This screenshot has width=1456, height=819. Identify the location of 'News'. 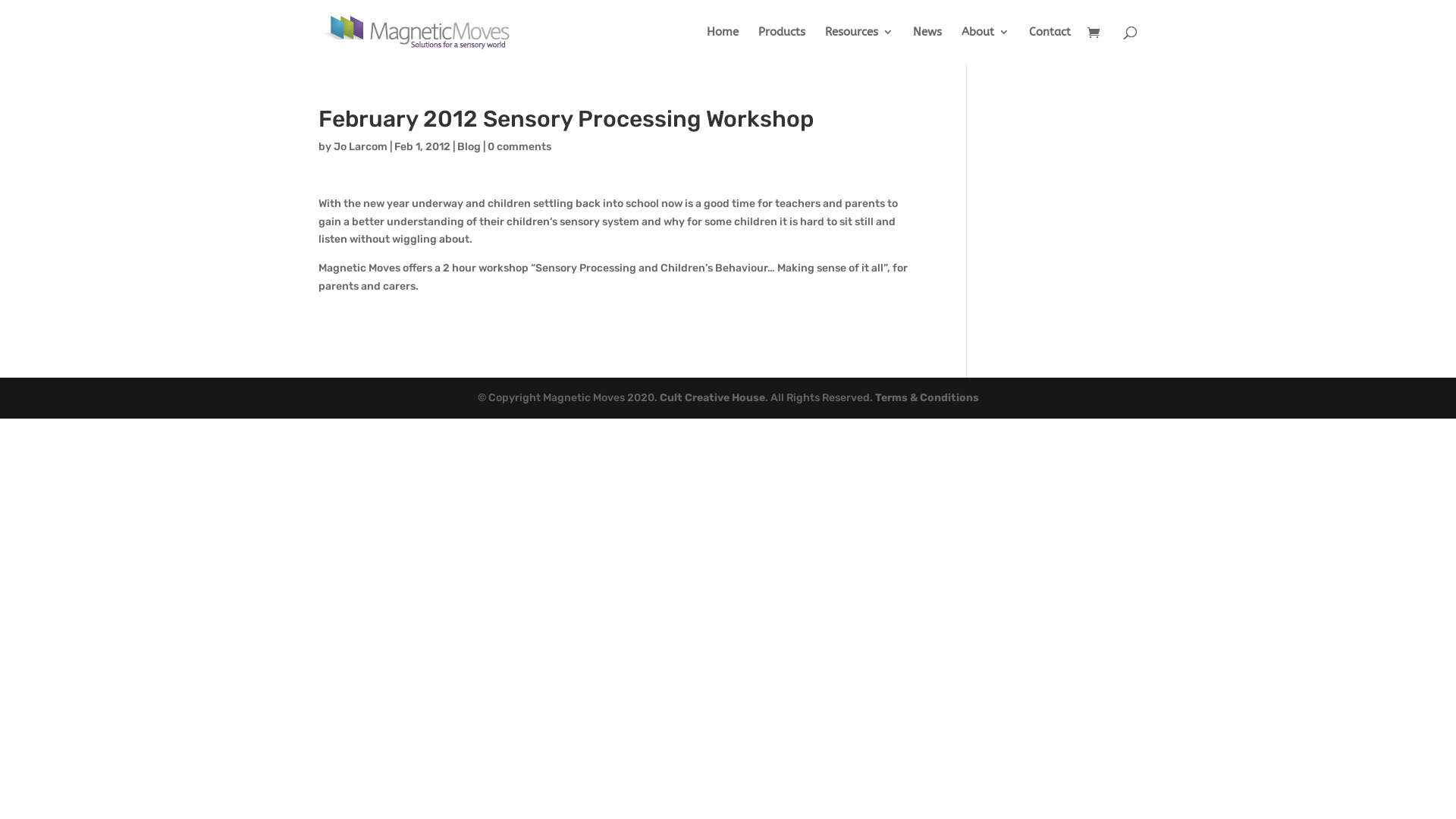
(912, 44).